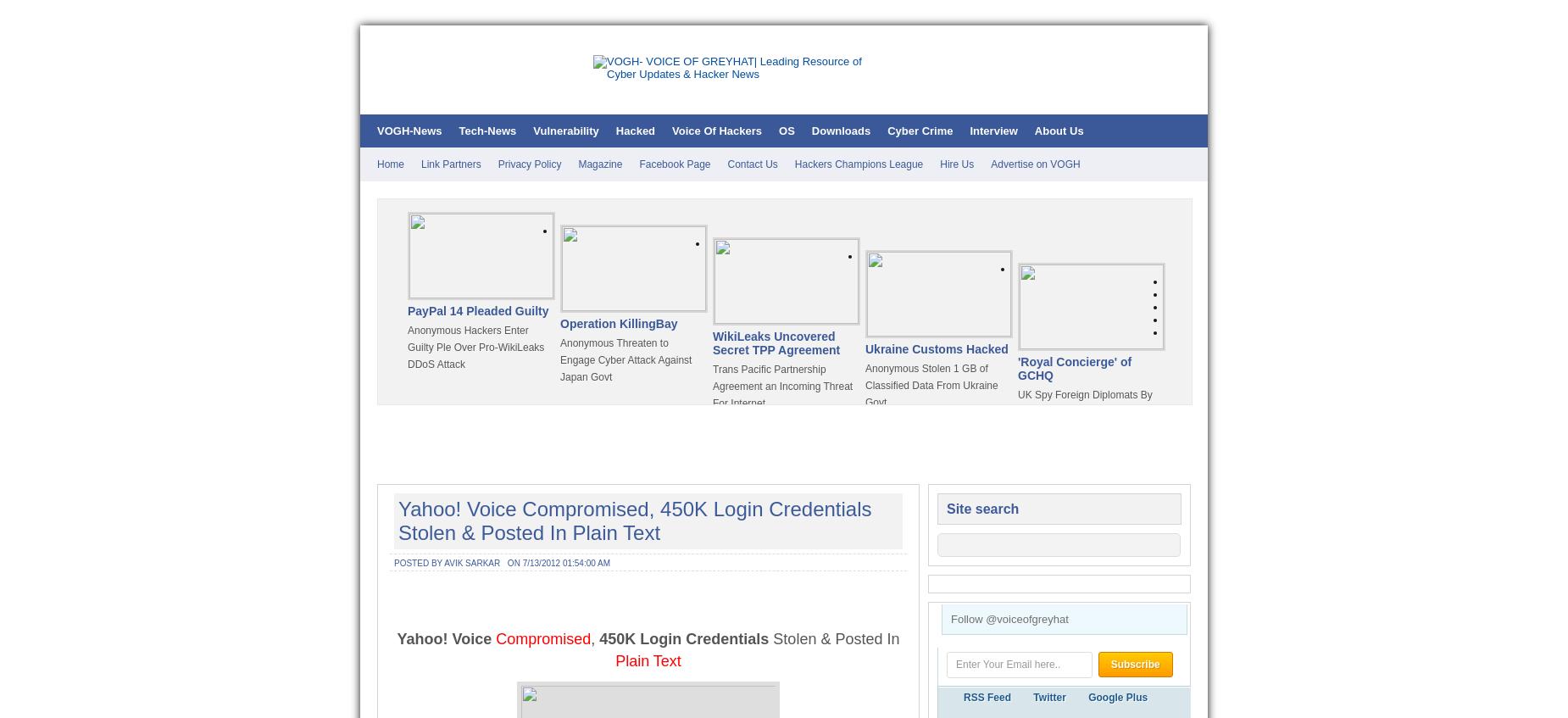 This screenshot has width=1568, height=718. What do you see at coordinates (626, 567) in the screenshot?
I see `'FaceTime Bug and App Store Purchase Flaw Fixed'` at bounding box center [626, 567].